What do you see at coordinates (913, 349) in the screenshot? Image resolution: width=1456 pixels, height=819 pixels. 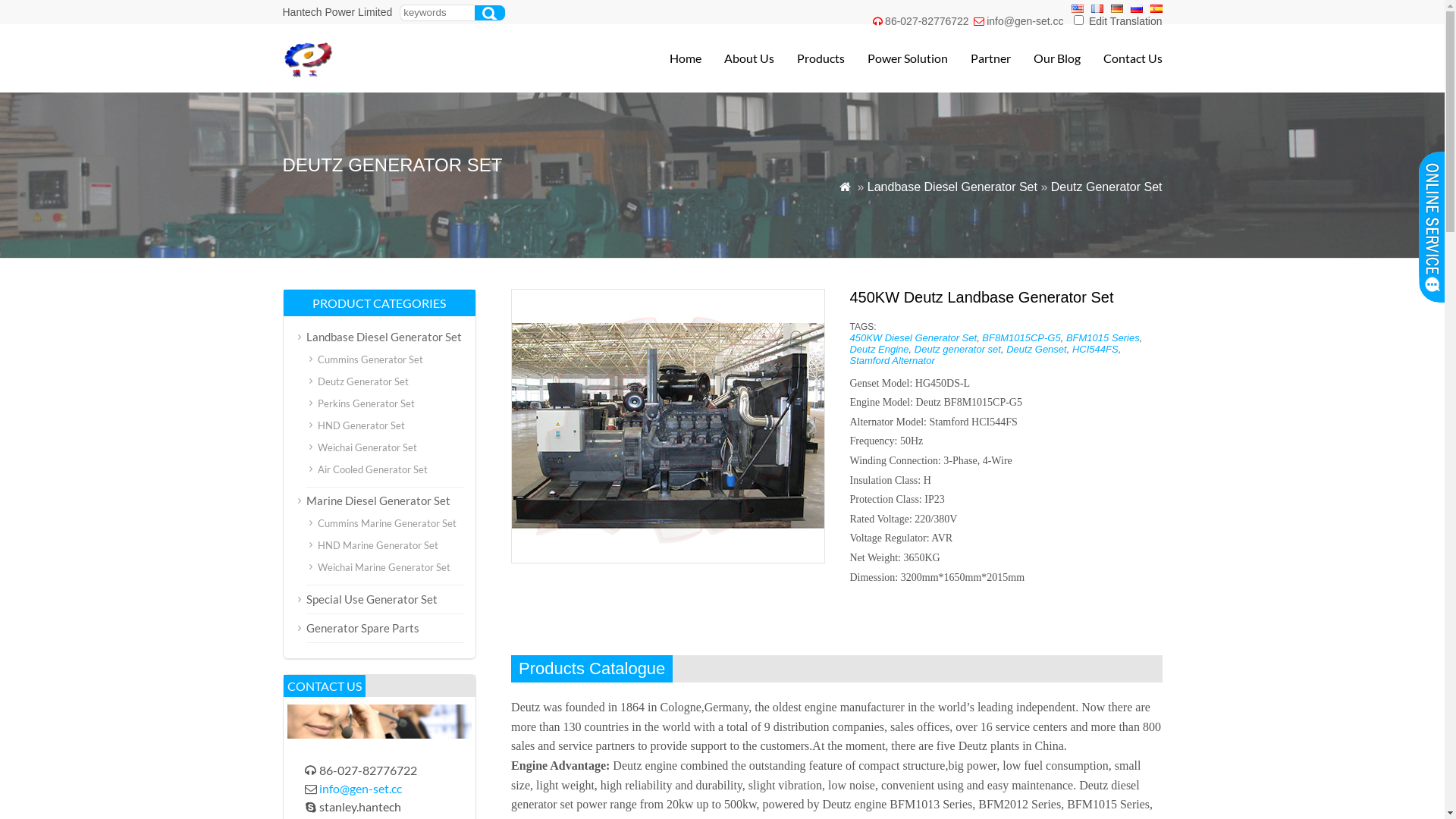 I see `'Deutz generator set'` at bounding box center [913, 349].